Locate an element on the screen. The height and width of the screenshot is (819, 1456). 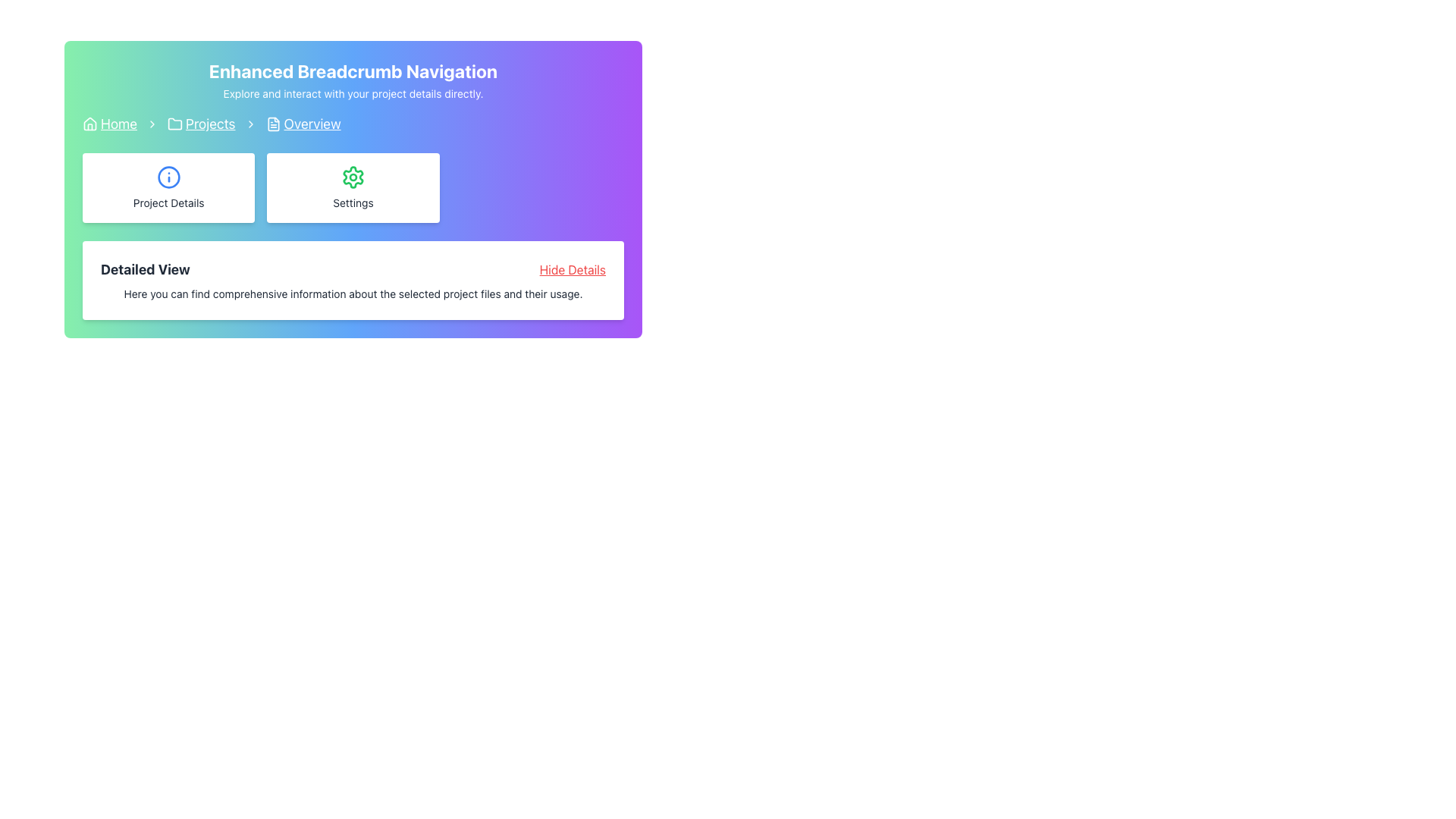
the interactive link located in the top-right corner of the 'Detailed View' box is located at coordinates (572, 268).